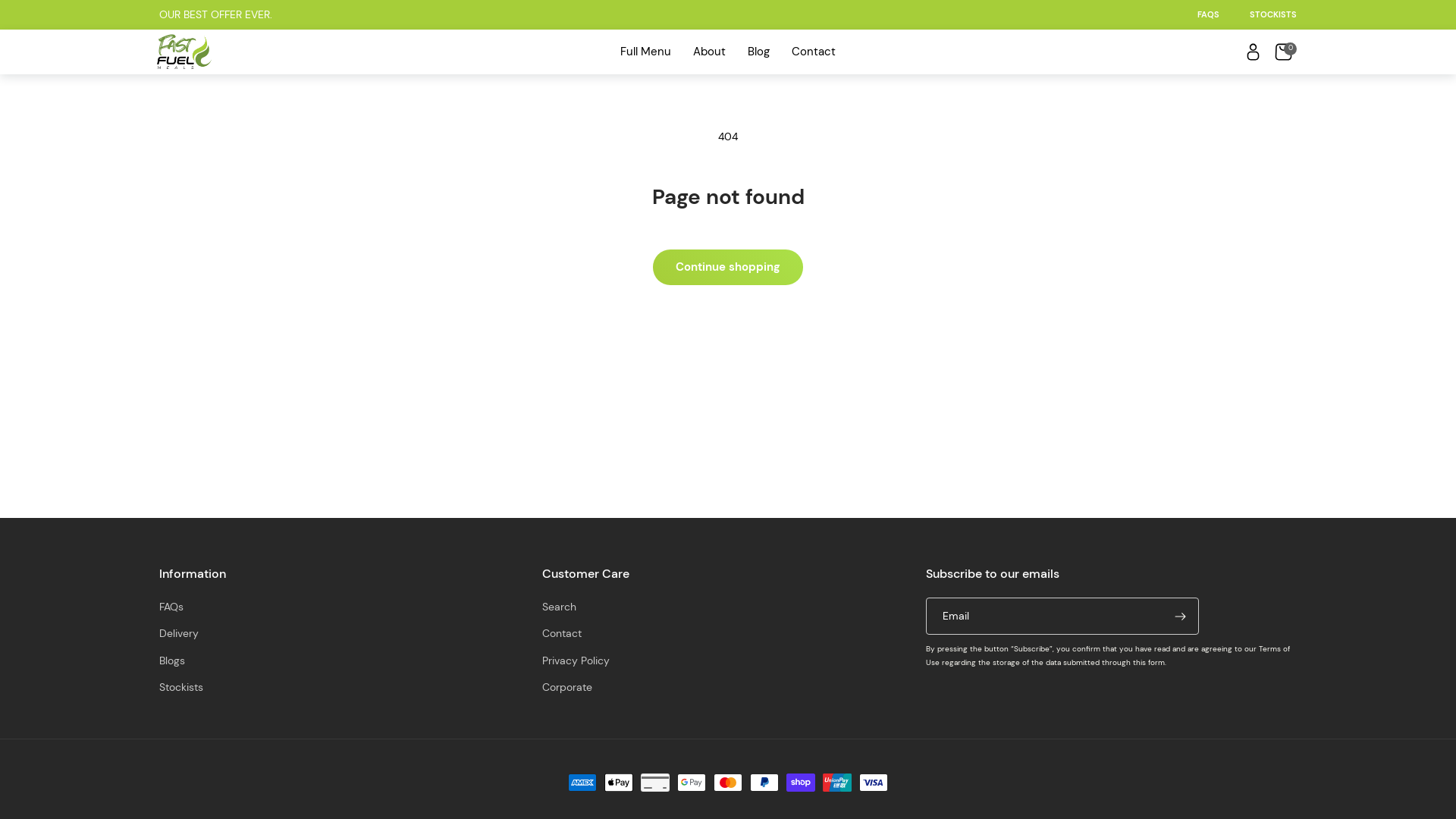 Image resolution: width=1456 pixels, height=819 pixels. I want to click on 'FAQs', so click(171, 607).